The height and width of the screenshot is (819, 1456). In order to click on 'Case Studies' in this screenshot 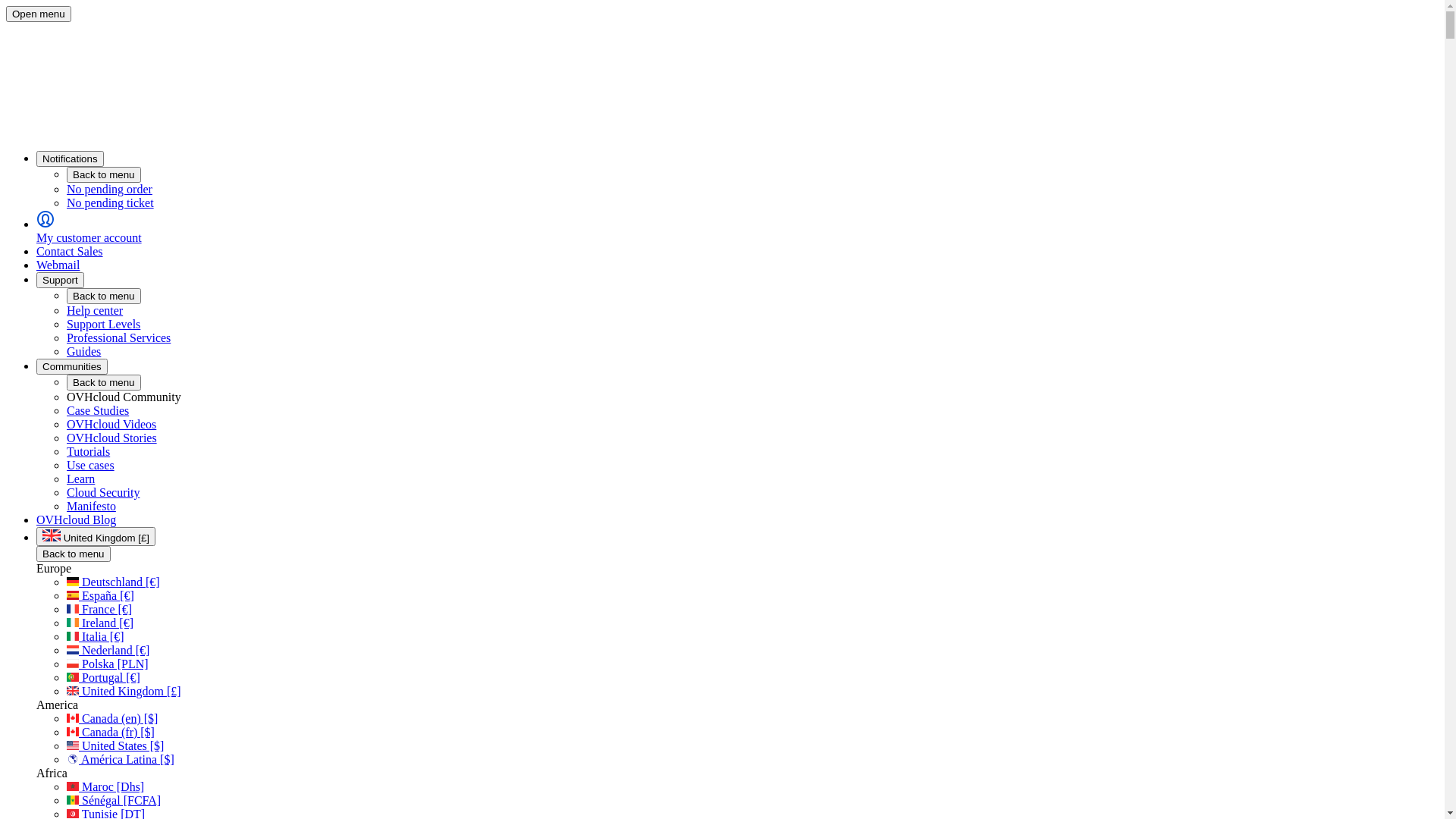, I will do `click(65, 410)`.